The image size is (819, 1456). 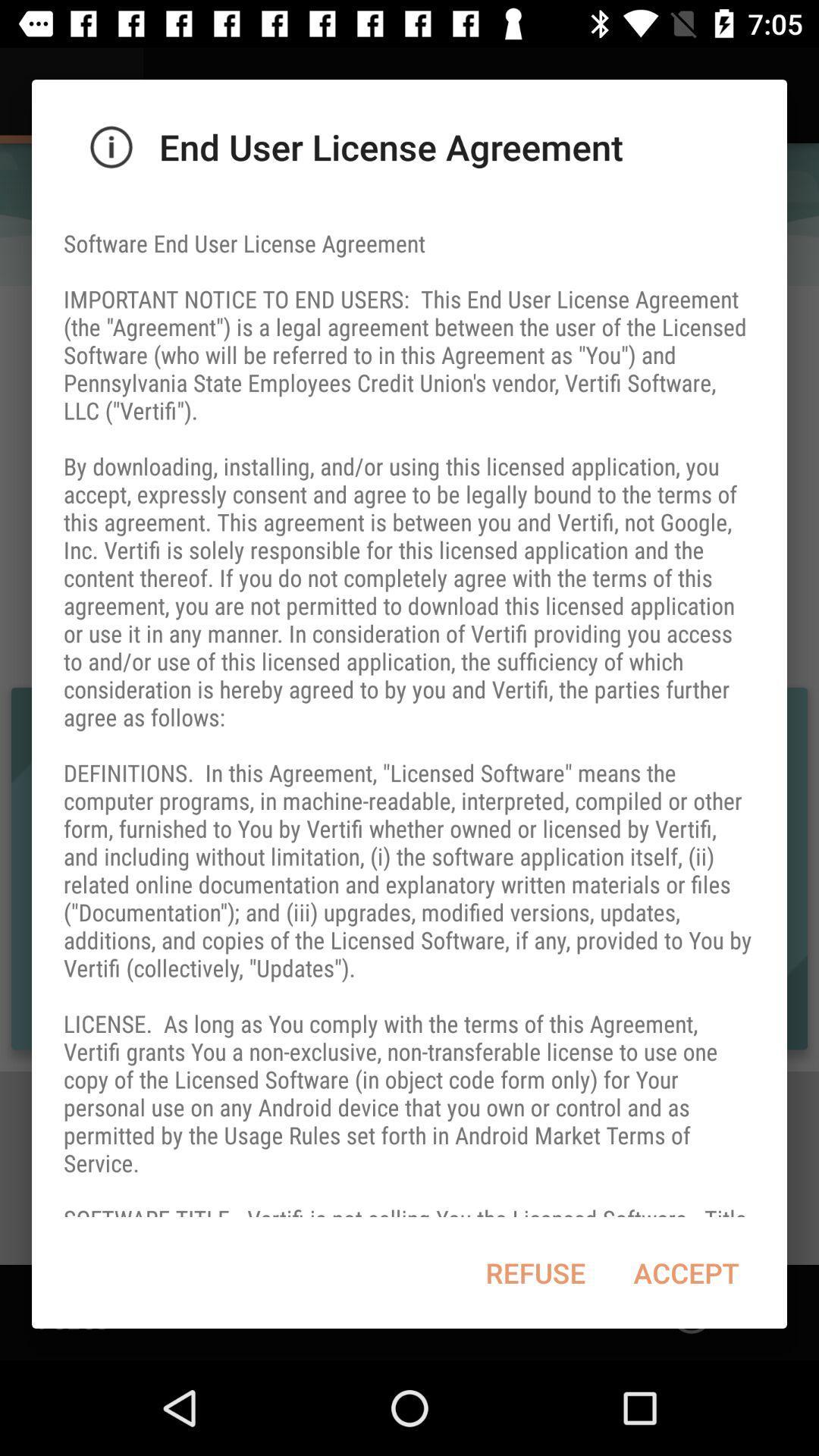 What do you see at coordinates (686, 1272) in the screenshot?
I see `item to the right of the refuse item` at bounding box center [686, 1272].